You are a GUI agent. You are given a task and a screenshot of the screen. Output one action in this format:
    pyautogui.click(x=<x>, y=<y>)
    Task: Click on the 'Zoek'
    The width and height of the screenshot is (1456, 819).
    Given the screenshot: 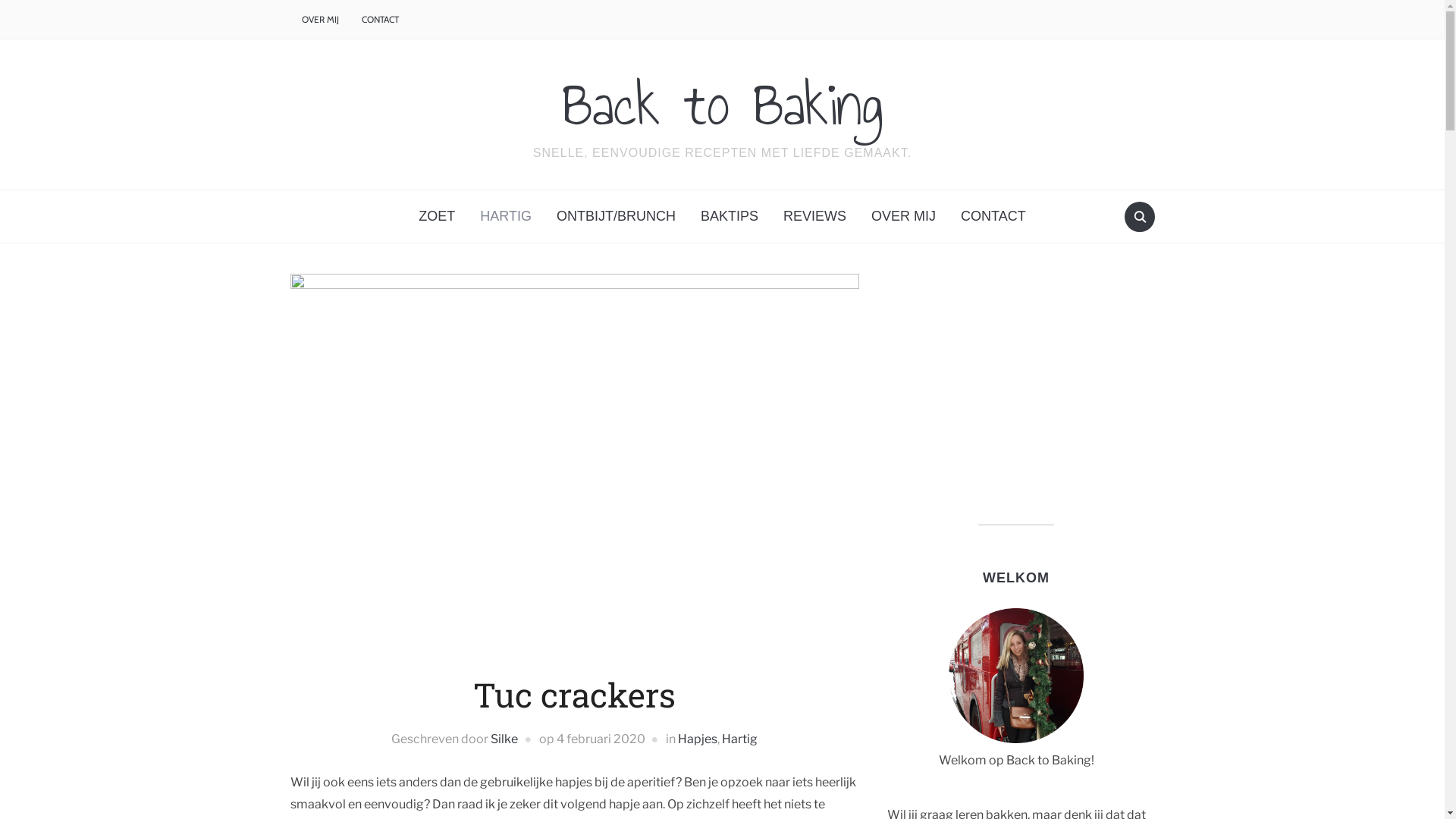 What is the action you would take?
    pyautogui.click(x=1139, y=216)
    